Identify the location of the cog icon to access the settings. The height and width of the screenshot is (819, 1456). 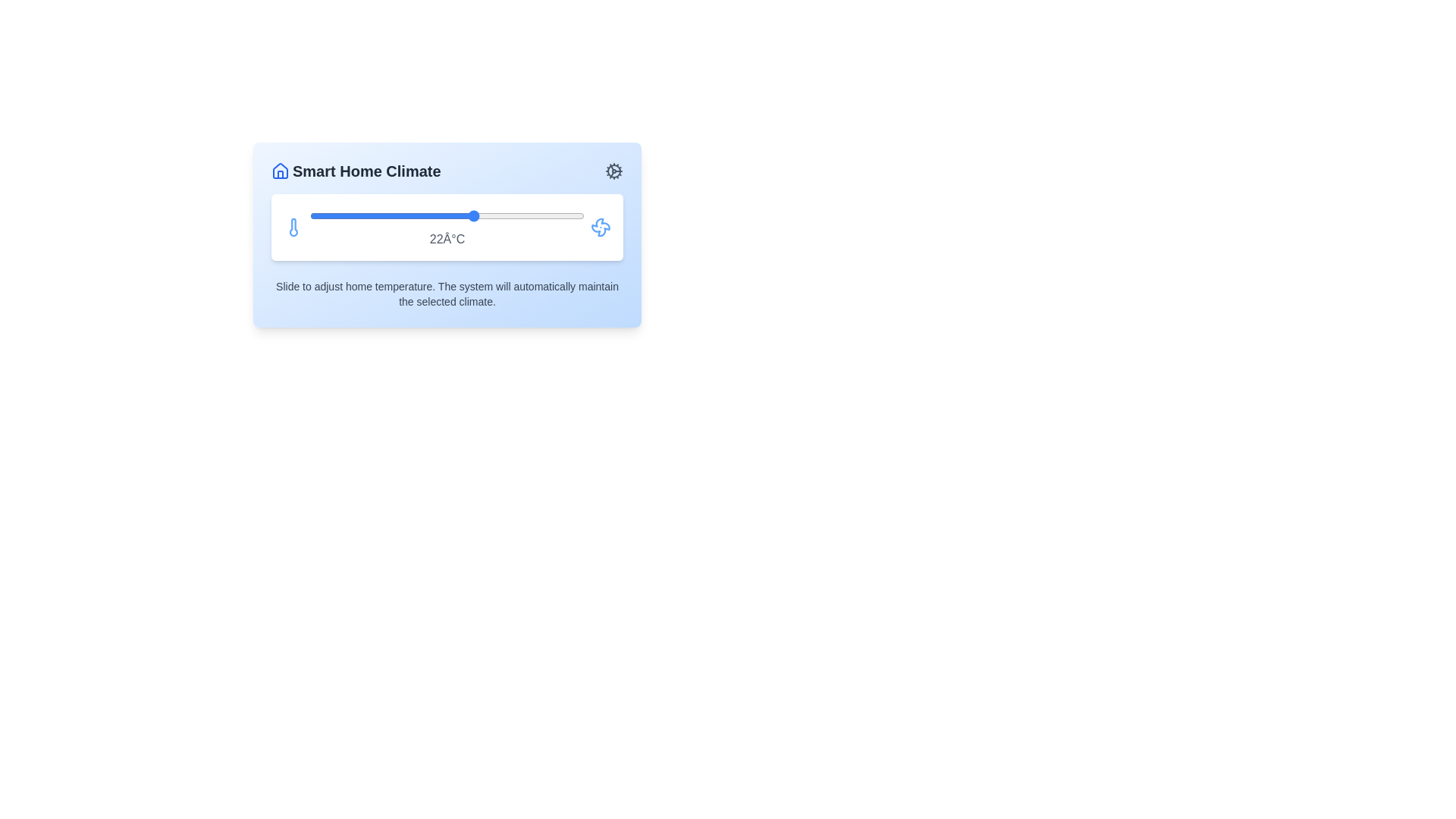
(614, 171).